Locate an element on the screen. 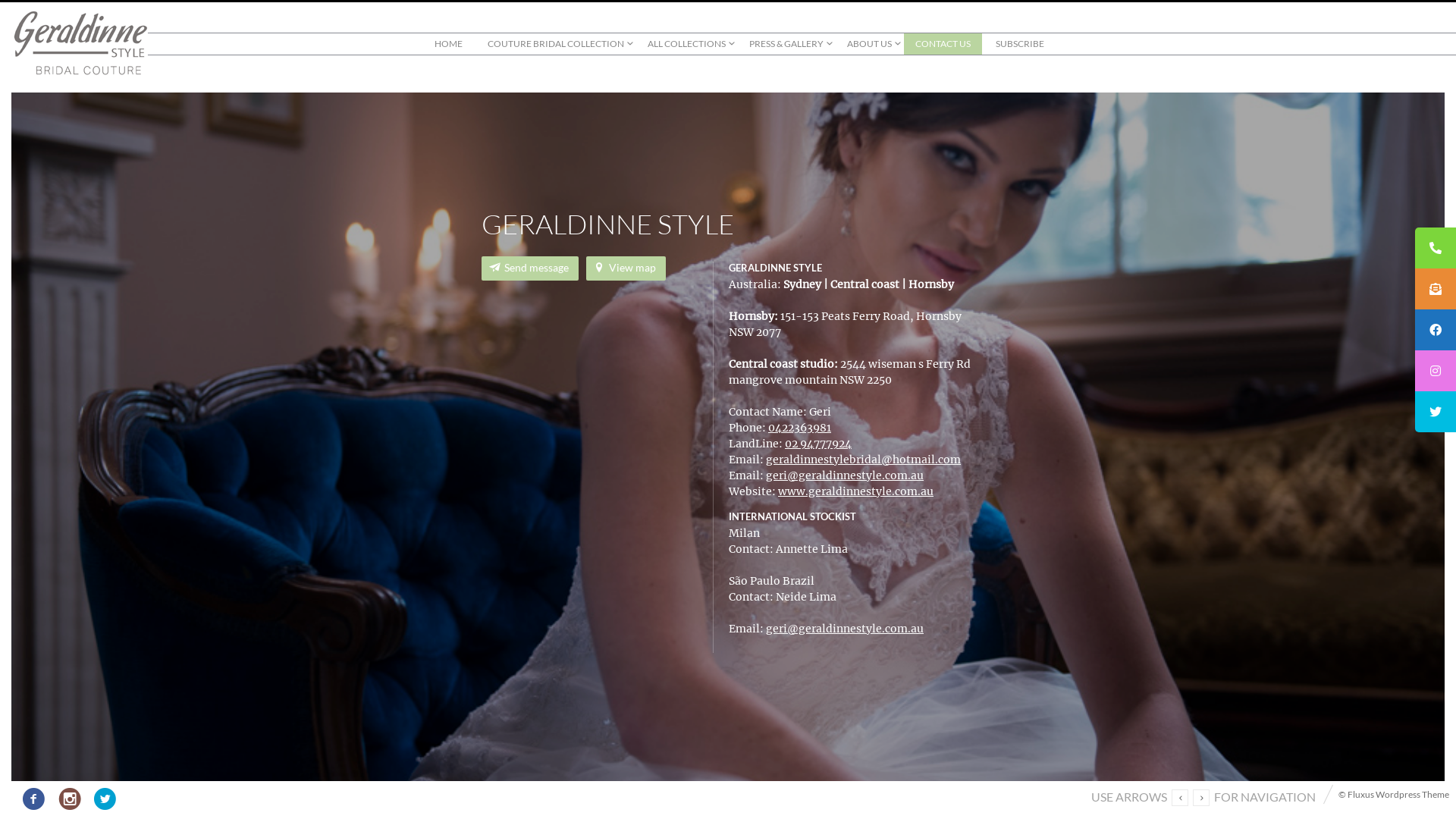  '02 94777924' is located at coordinates (817, 444).